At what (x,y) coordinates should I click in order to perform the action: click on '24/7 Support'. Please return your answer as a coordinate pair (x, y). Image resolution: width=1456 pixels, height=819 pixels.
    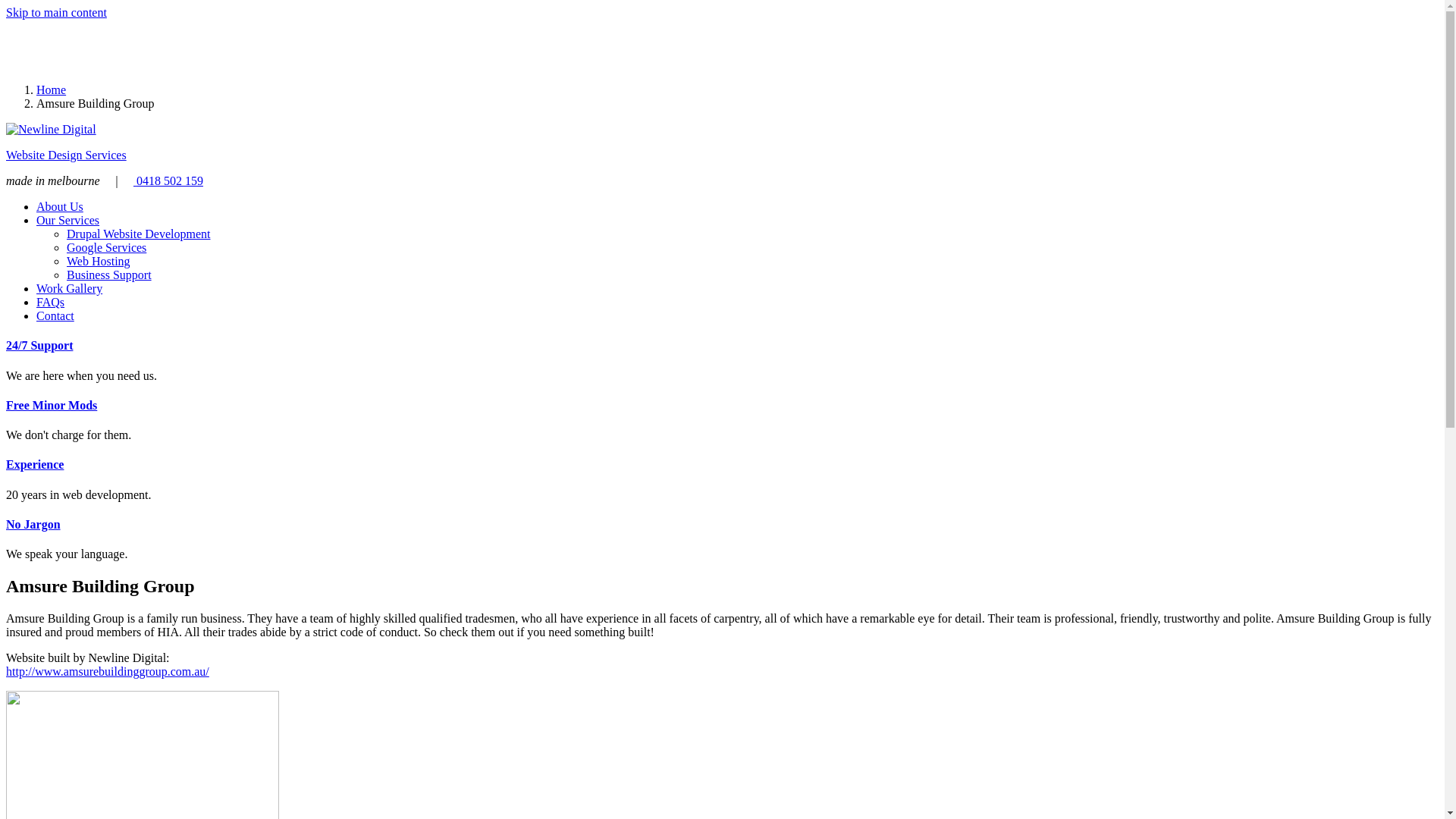
    Looking at the image, I should click on (39, 345).